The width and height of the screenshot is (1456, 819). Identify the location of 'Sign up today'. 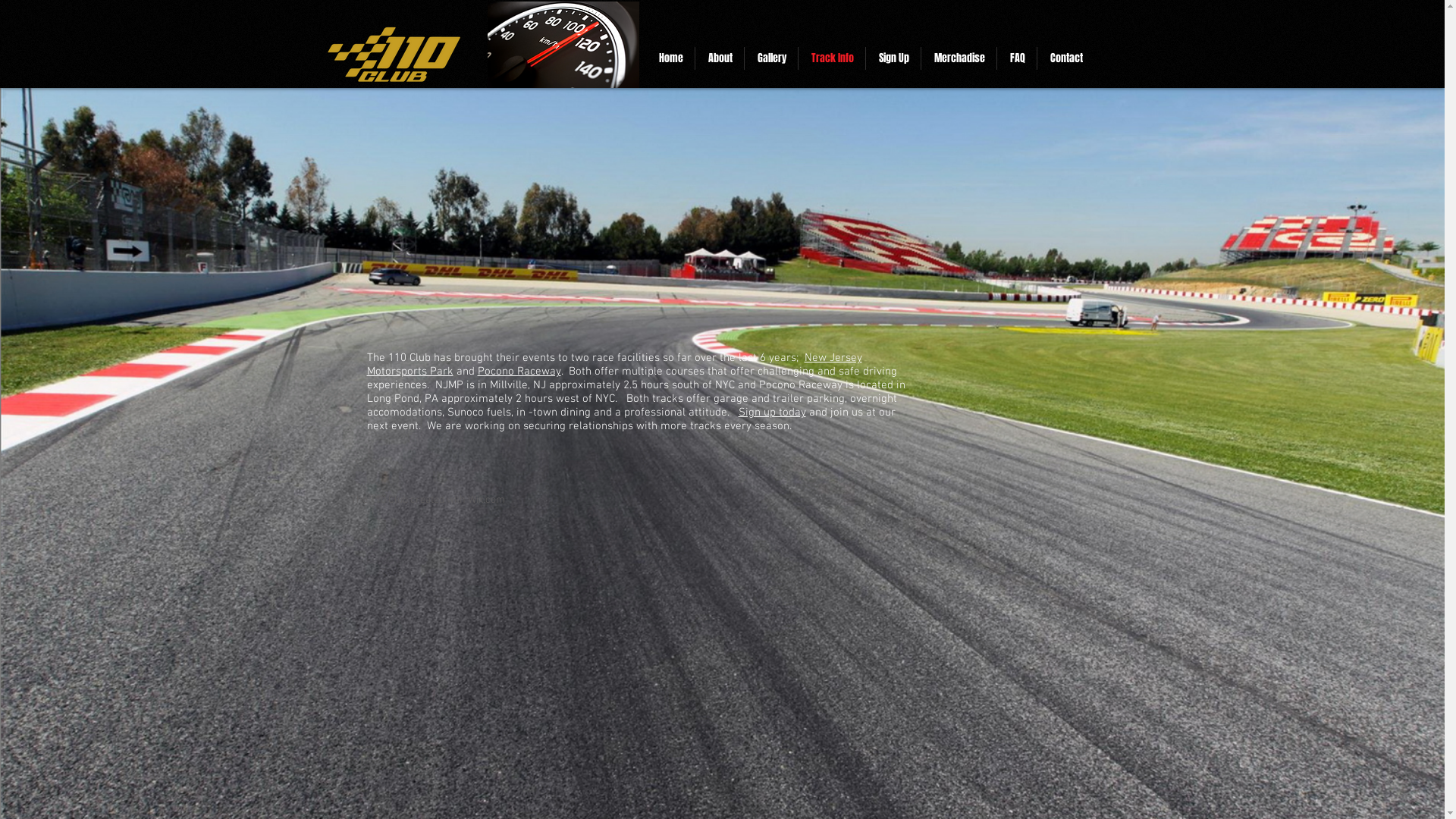
(772, 412).